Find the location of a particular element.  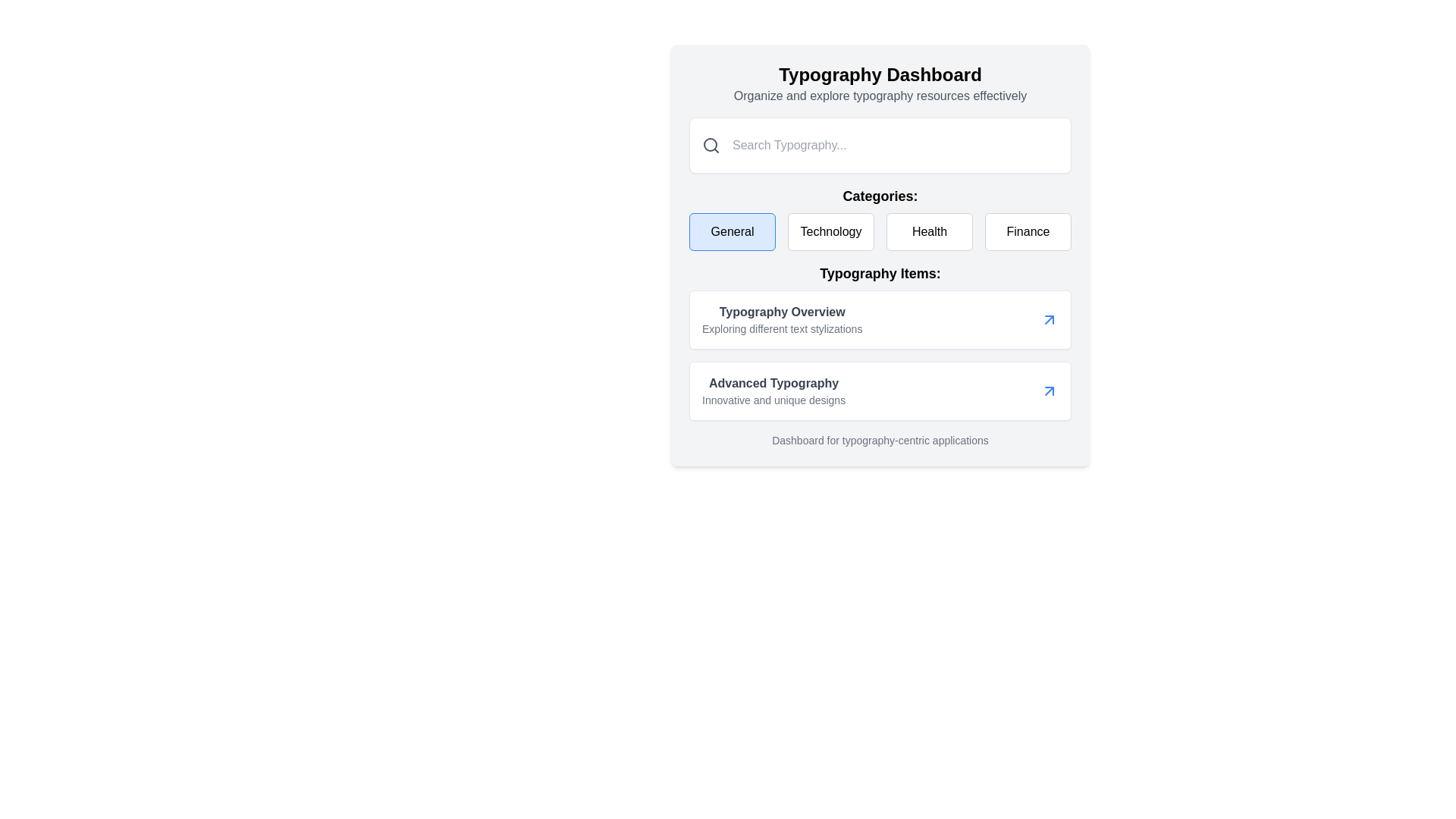

text 'Typography Overview' and its subtitle 'Exploring different text stylizations' from the Text composite located in the Typography Items section, positioned at the top-left area of its containing card is located at coordinates (782, 318).